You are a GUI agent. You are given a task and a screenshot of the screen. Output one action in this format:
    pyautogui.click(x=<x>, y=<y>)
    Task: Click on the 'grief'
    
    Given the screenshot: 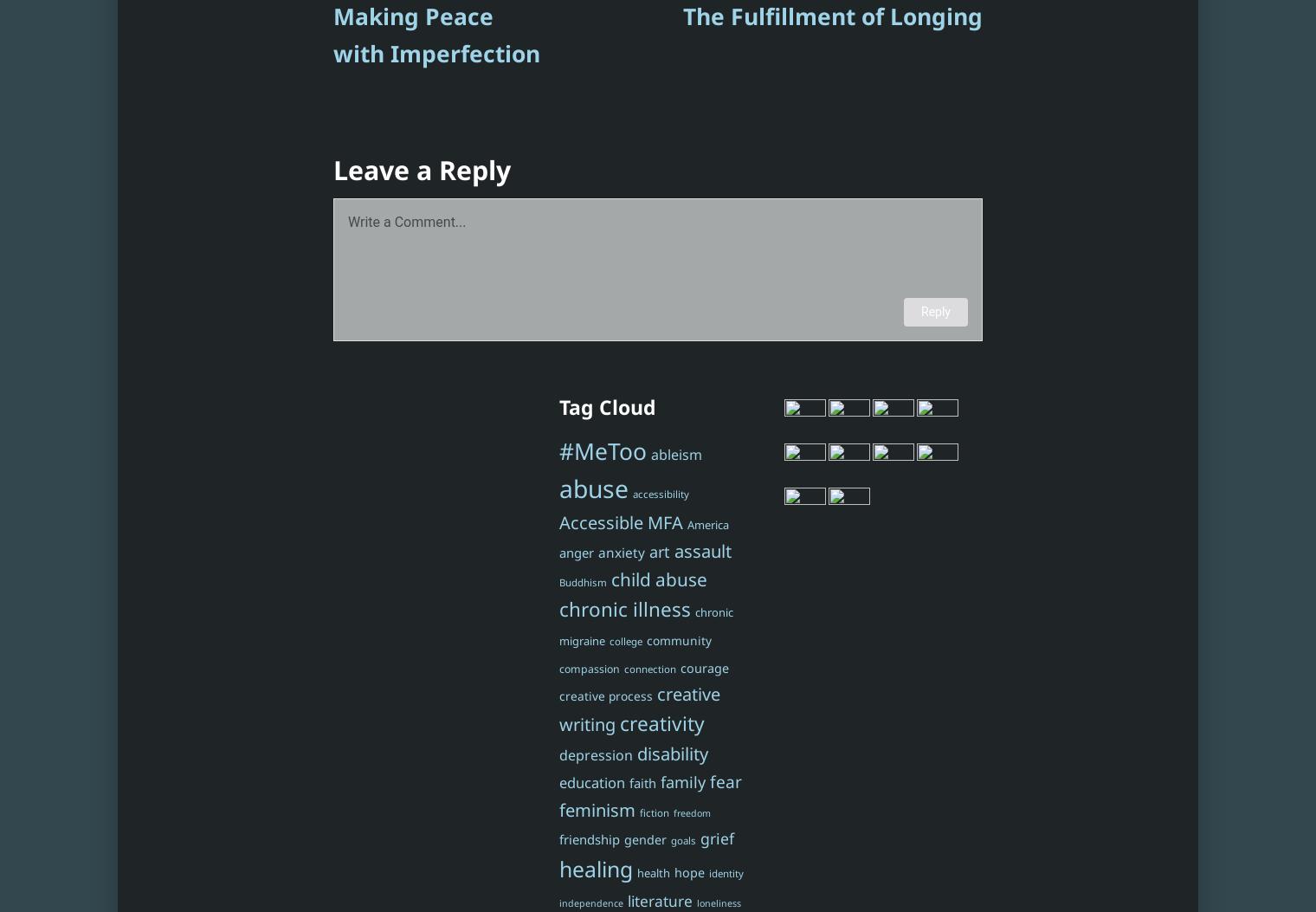 What is the action you would take?
    pyautogui.click(x=699, y=838)
    